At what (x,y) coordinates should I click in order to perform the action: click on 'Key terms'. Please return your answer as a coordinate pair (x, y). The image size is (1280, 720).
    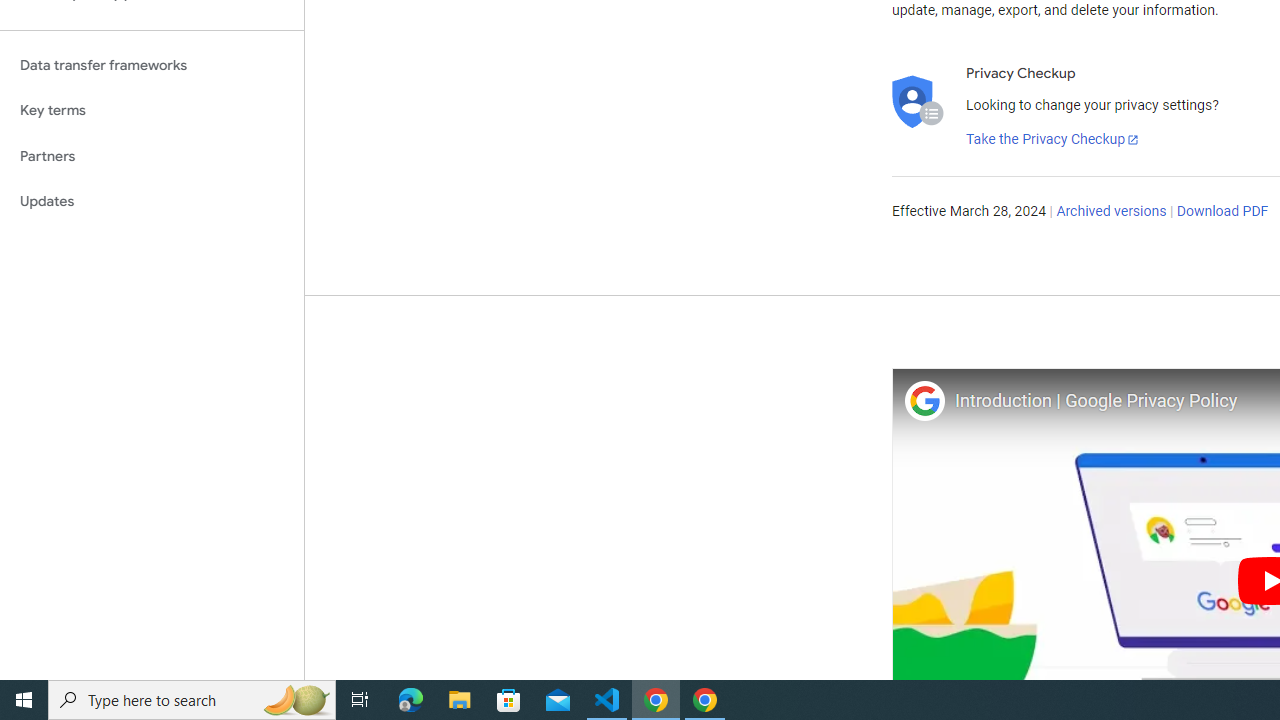
    Looking at the image, I should click on (151, 110).